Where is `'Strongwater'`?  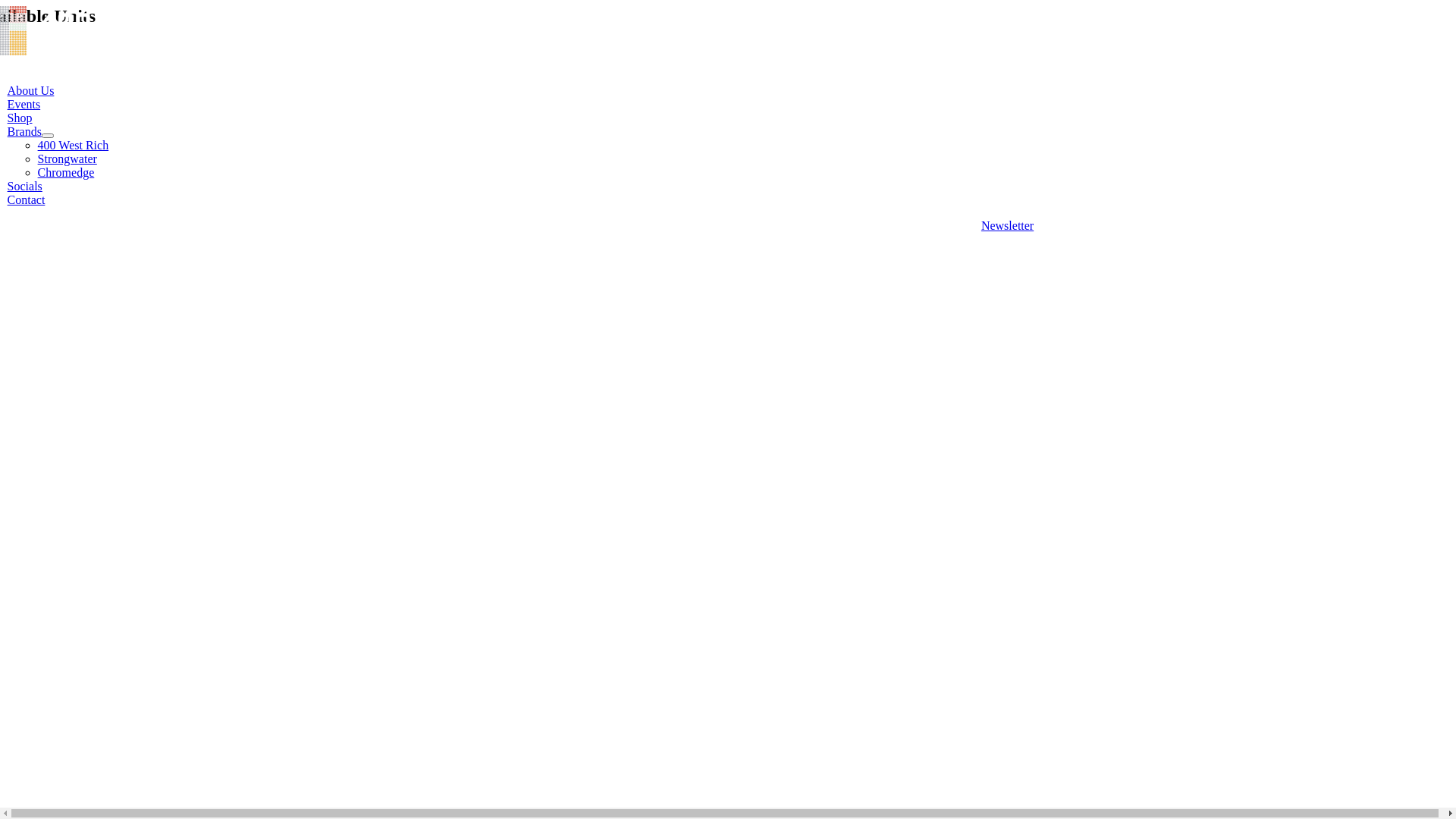
'Strongwater' is located at coordinates (67, 158).